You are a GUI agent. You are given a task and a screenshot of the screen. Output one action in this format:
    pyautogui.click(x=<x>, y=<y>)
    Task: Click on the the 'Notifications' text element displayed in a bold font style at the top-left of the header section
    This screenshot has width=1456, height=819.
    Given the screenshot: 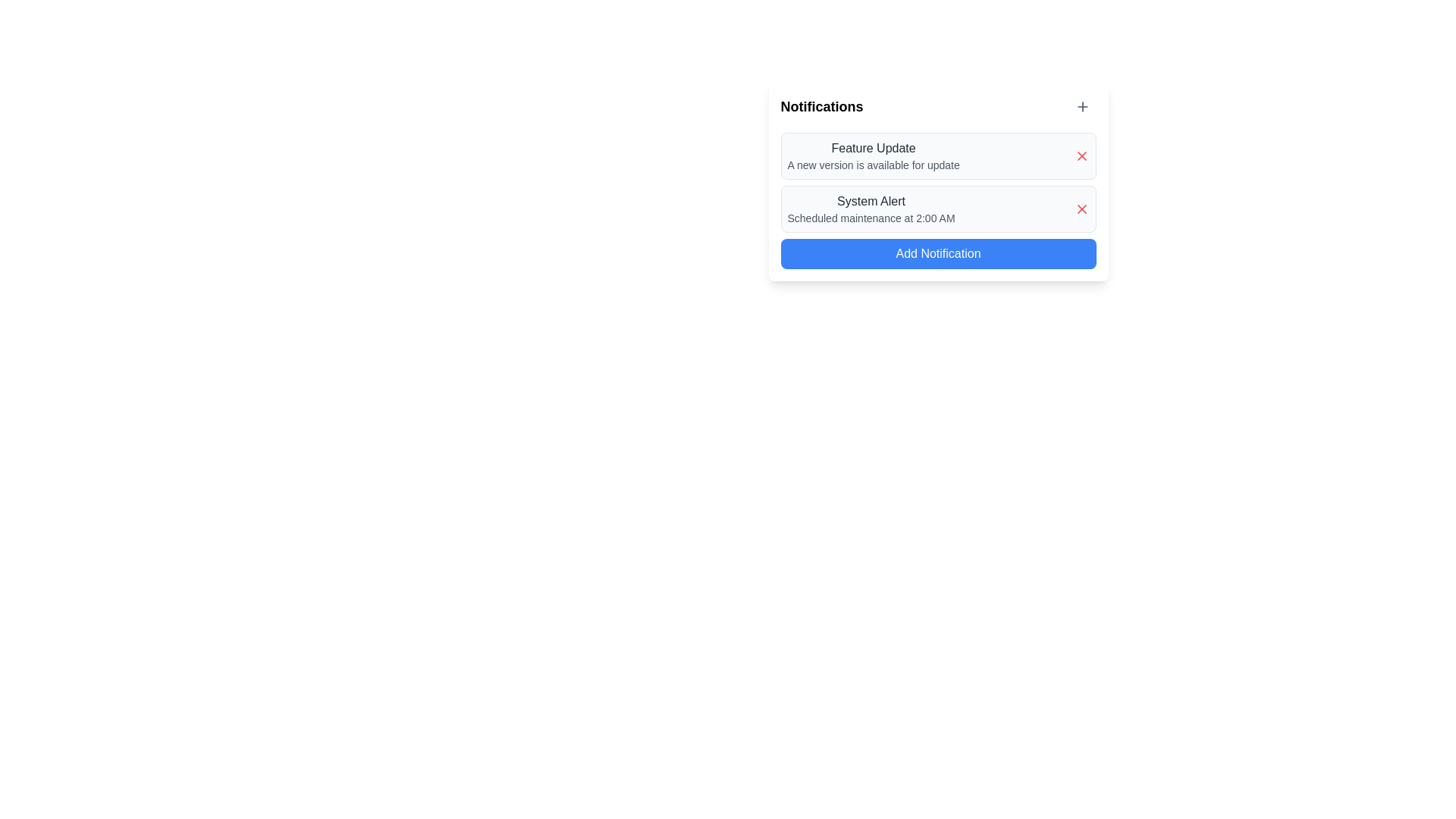 What is the action you would take?
    pyautogui.click(x=821, y=106)
    